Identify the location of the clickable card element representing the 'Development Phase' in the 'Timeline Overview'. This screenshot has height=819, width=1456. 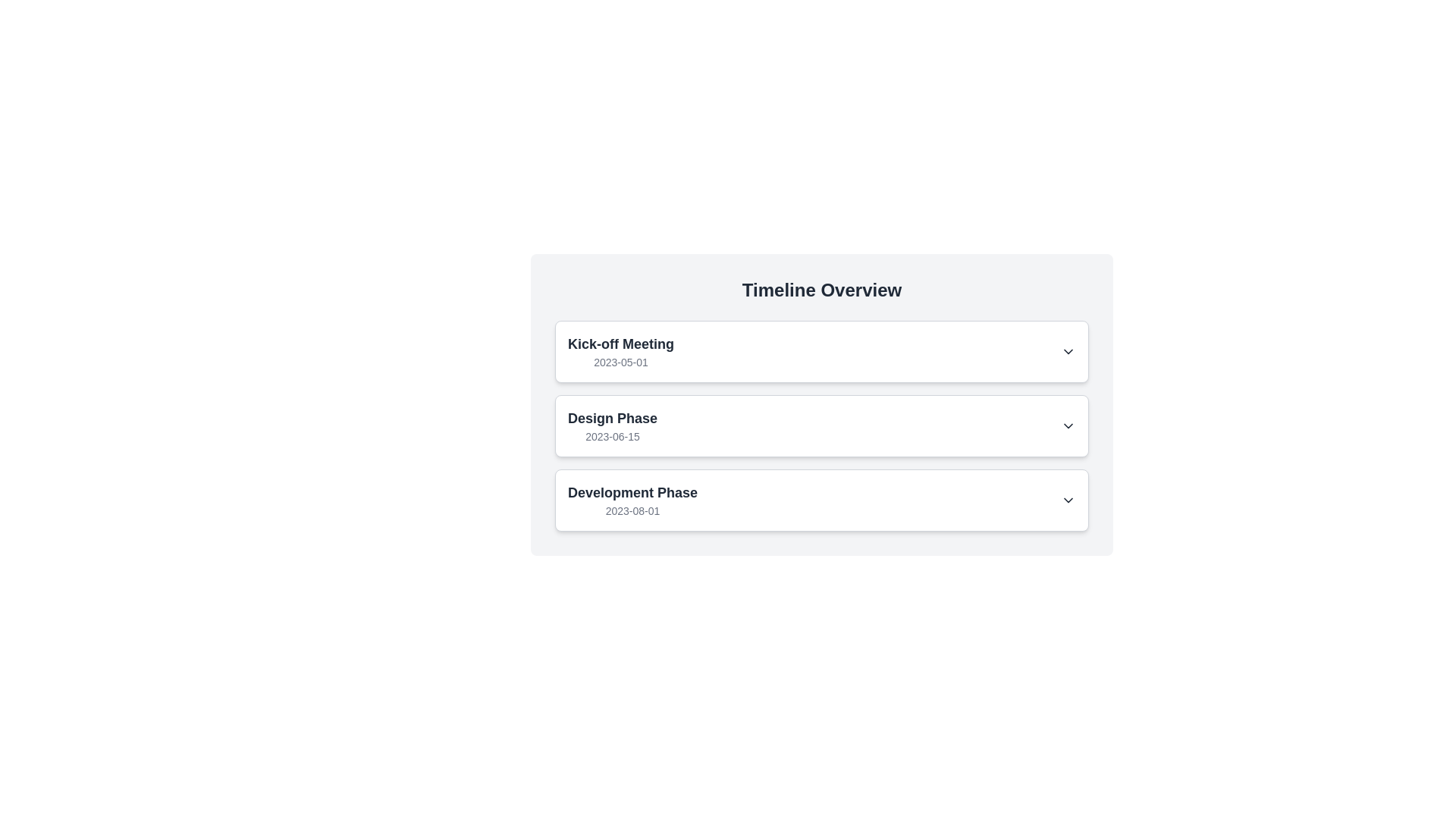
(821, 500).